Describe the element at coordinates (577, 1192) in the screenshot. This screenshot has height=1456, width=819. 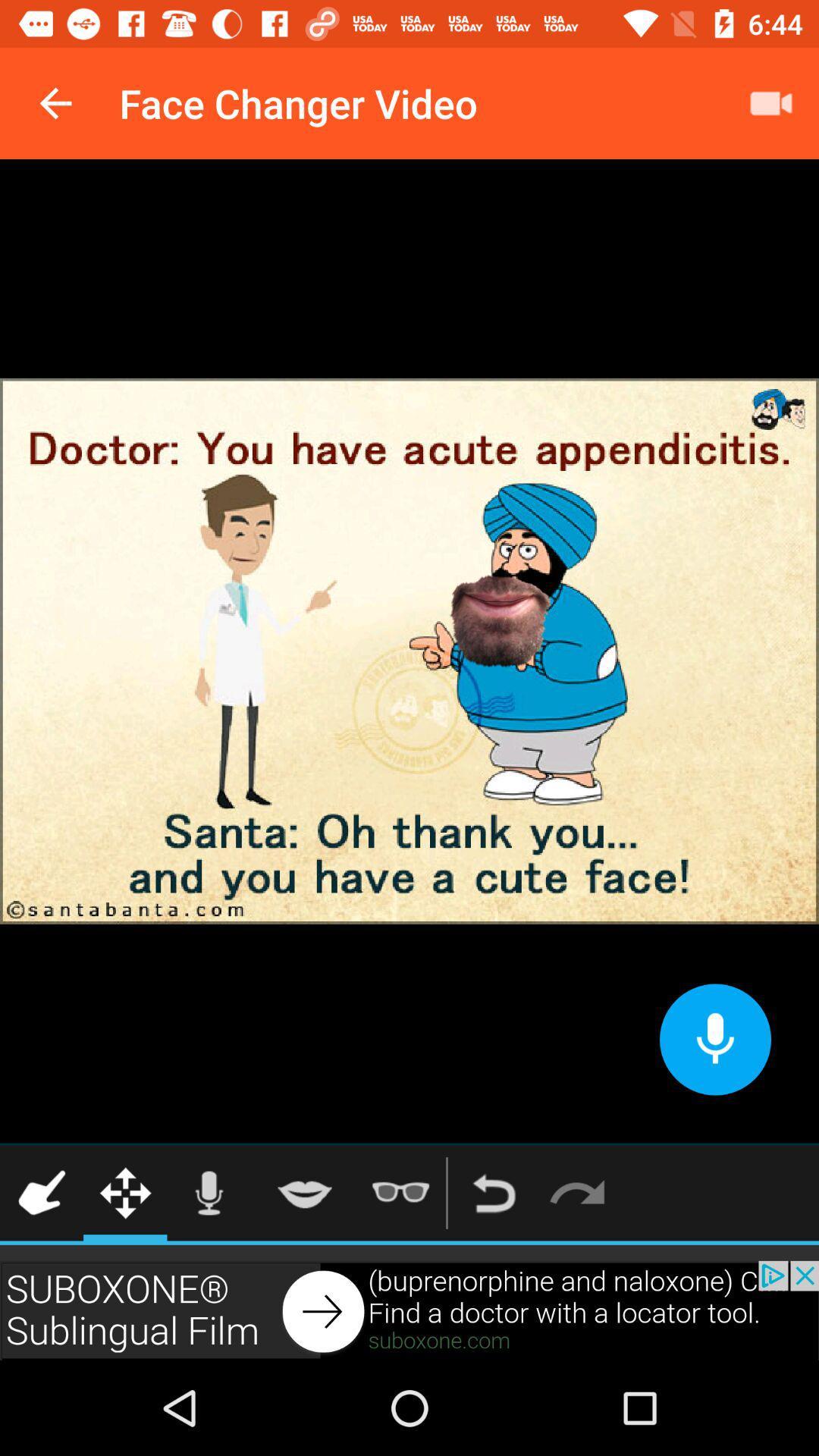
I see `the redo icon` at that location.